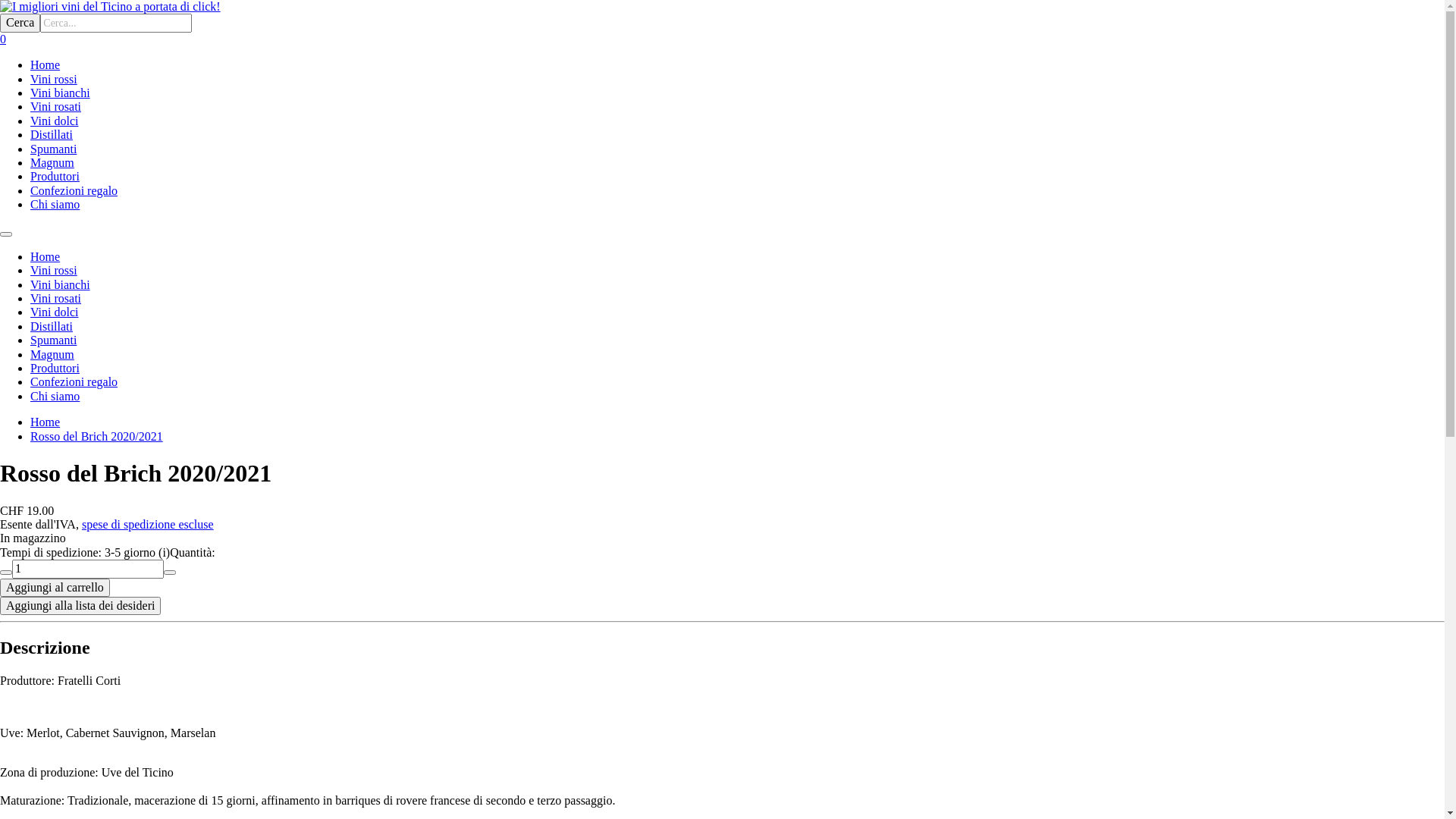 Image resolution: width=1456 pixels, height=819 pixels. Describe the element at coordinates (53, 339) in the screenshot. I see `'Spumanti'` at that location.